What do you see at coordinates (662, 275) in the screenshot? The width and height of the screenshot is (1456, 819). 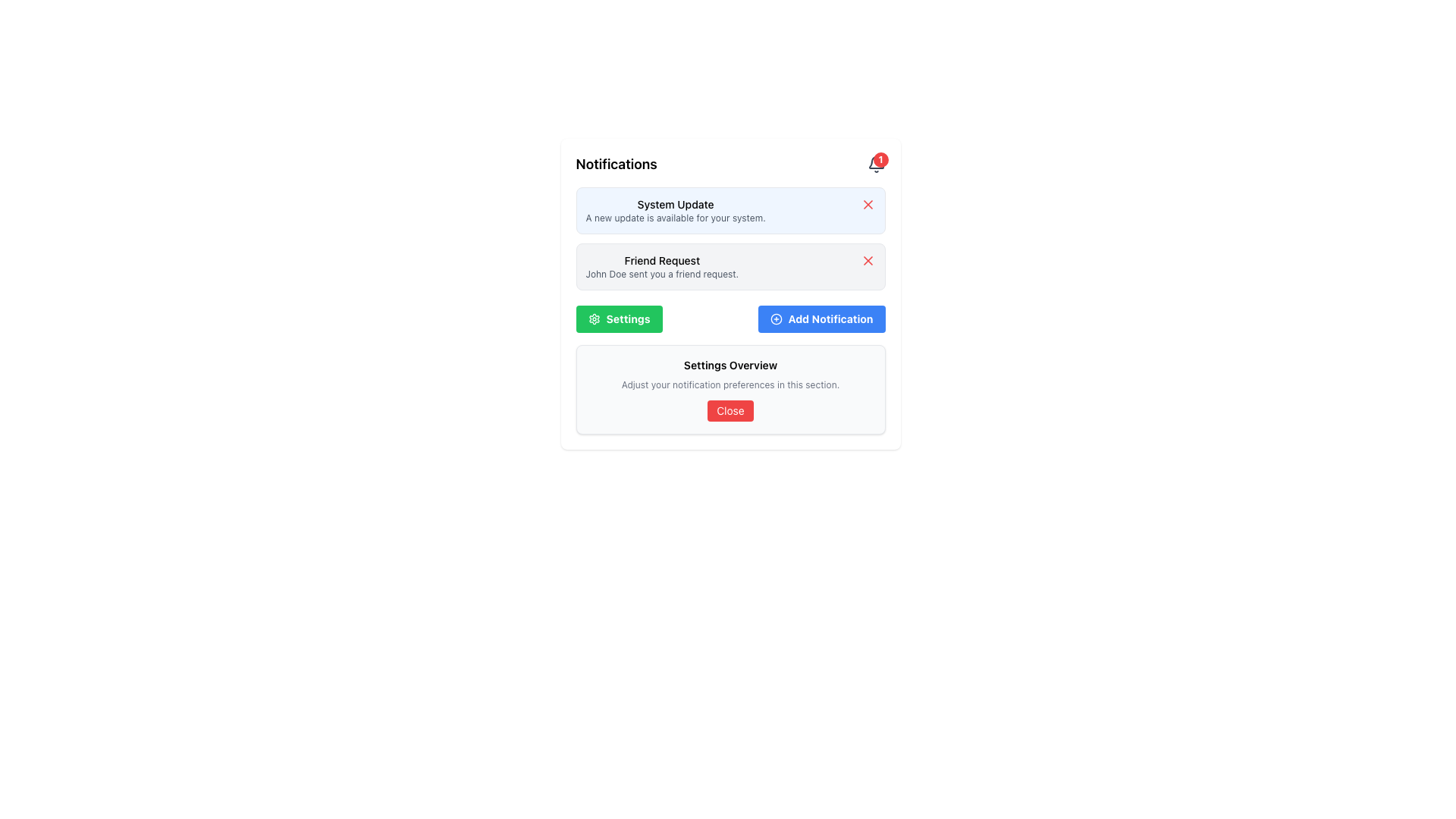 I see `the Text Display that informs the user about a friend request sent by 'John Doe', located below the heading 'Friend Request'` at bounding box center [662, 275].